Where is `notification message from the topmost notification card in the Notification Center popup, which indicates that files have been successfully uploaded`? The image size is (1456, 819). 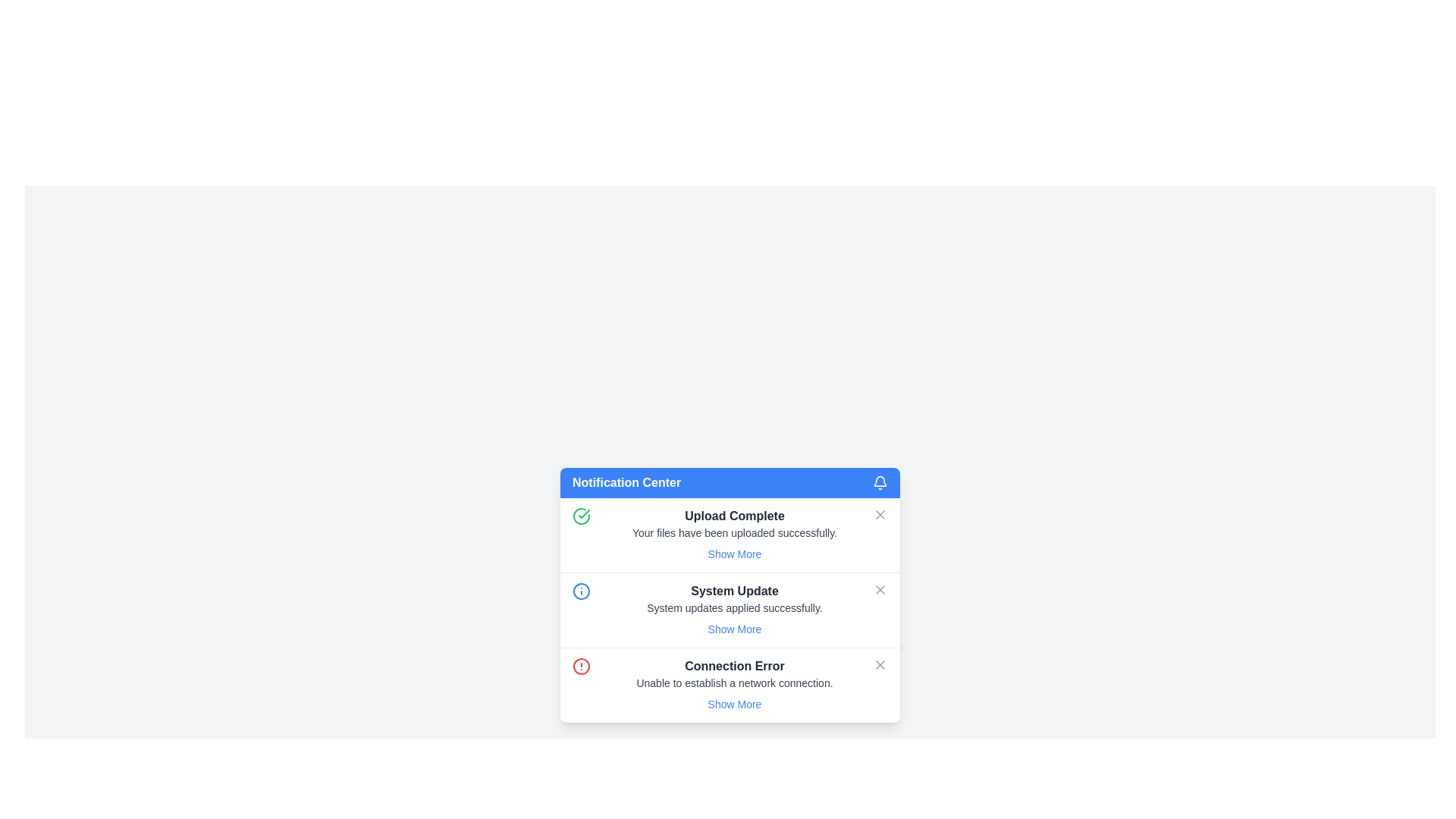 notification message from the topmost notification card in the Notification Center popup, which indicates that files have been successfully uploaded is located at coordinates (735, 534).